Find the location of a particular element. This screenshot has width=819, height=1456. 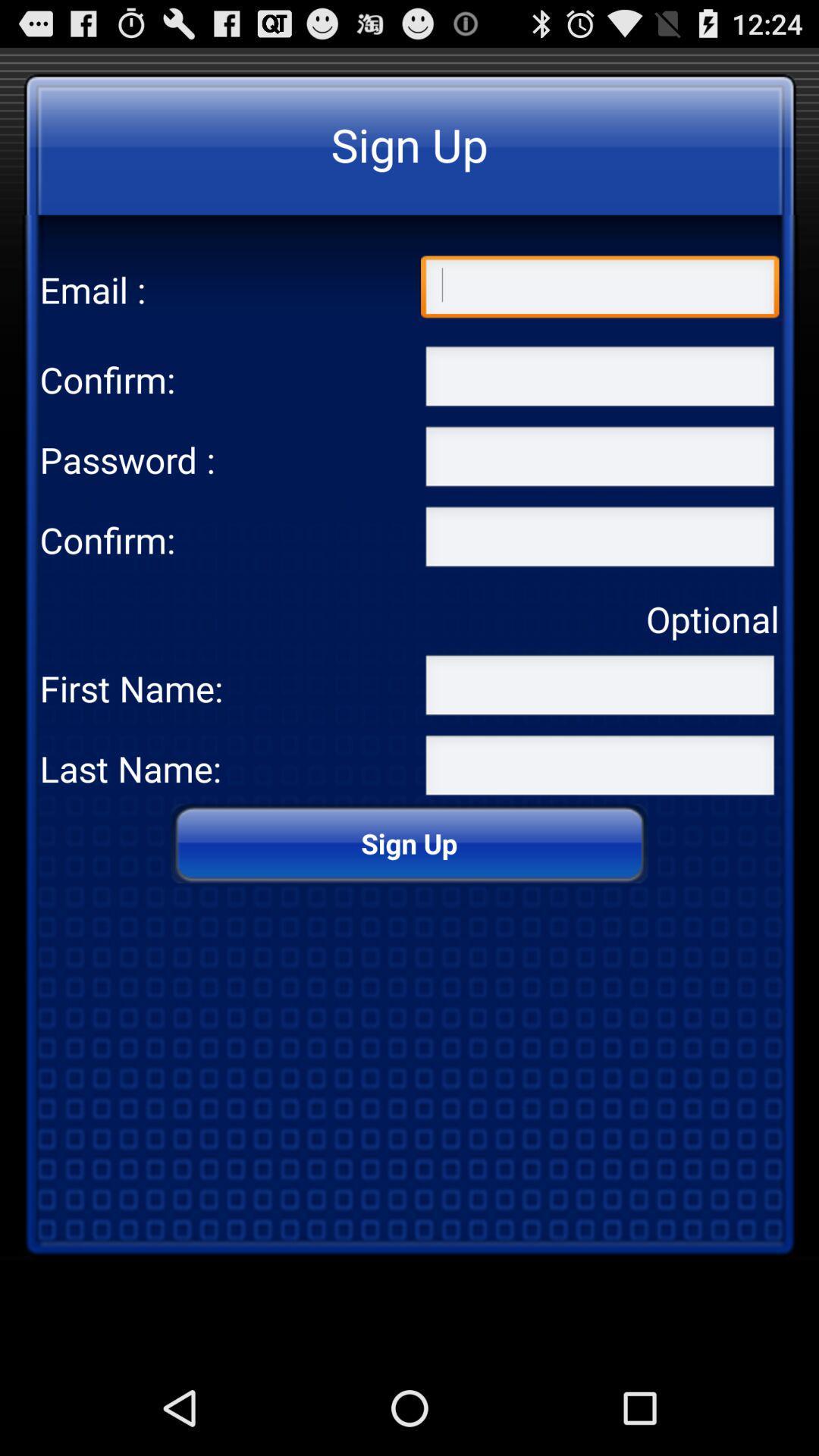

email box is located at coordinates (599, 290).